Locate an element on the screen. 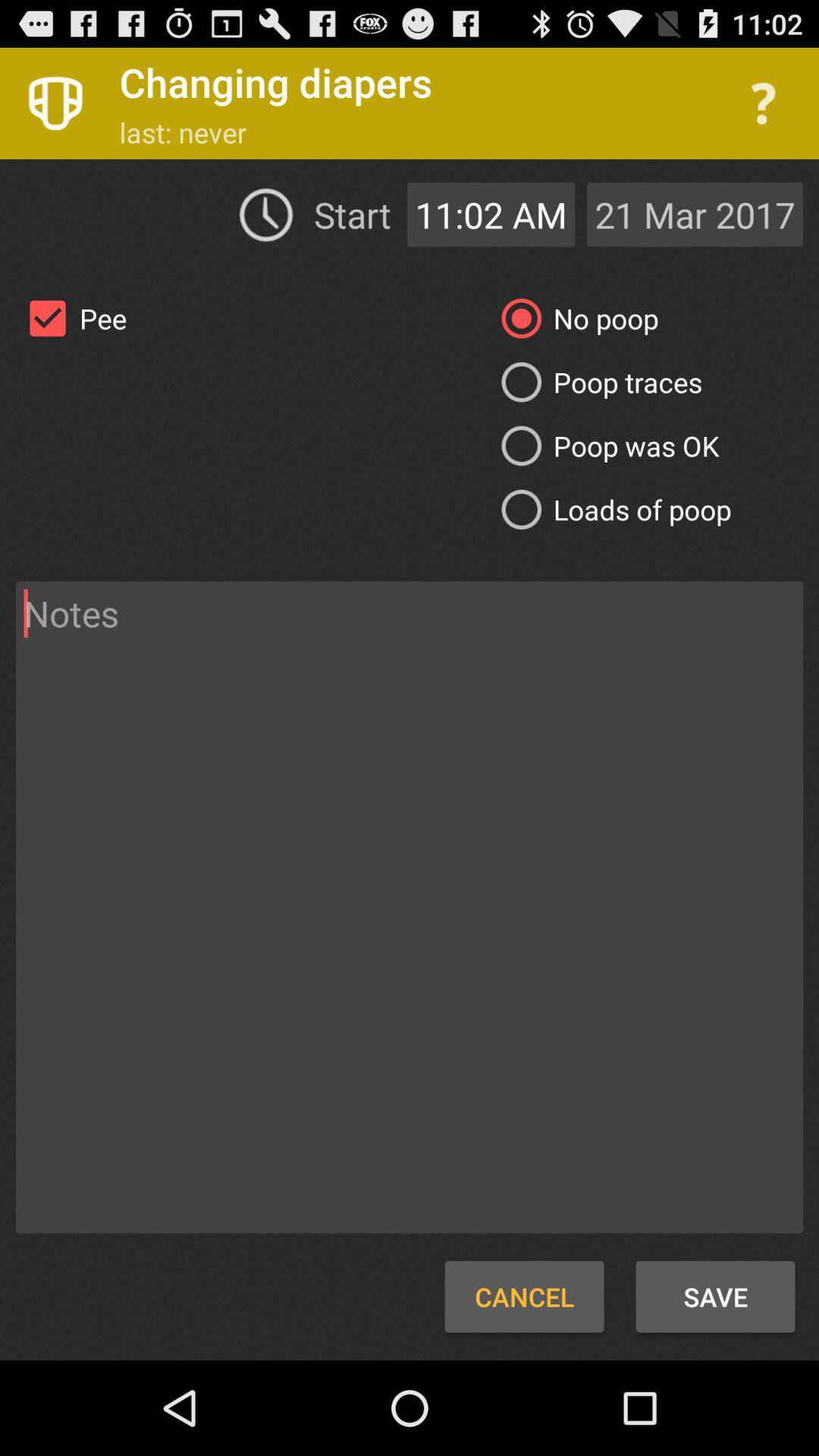 The width and height of the screenshot is (819, 1456). the icon above the poop traces item is located at coordinates (574, 318).